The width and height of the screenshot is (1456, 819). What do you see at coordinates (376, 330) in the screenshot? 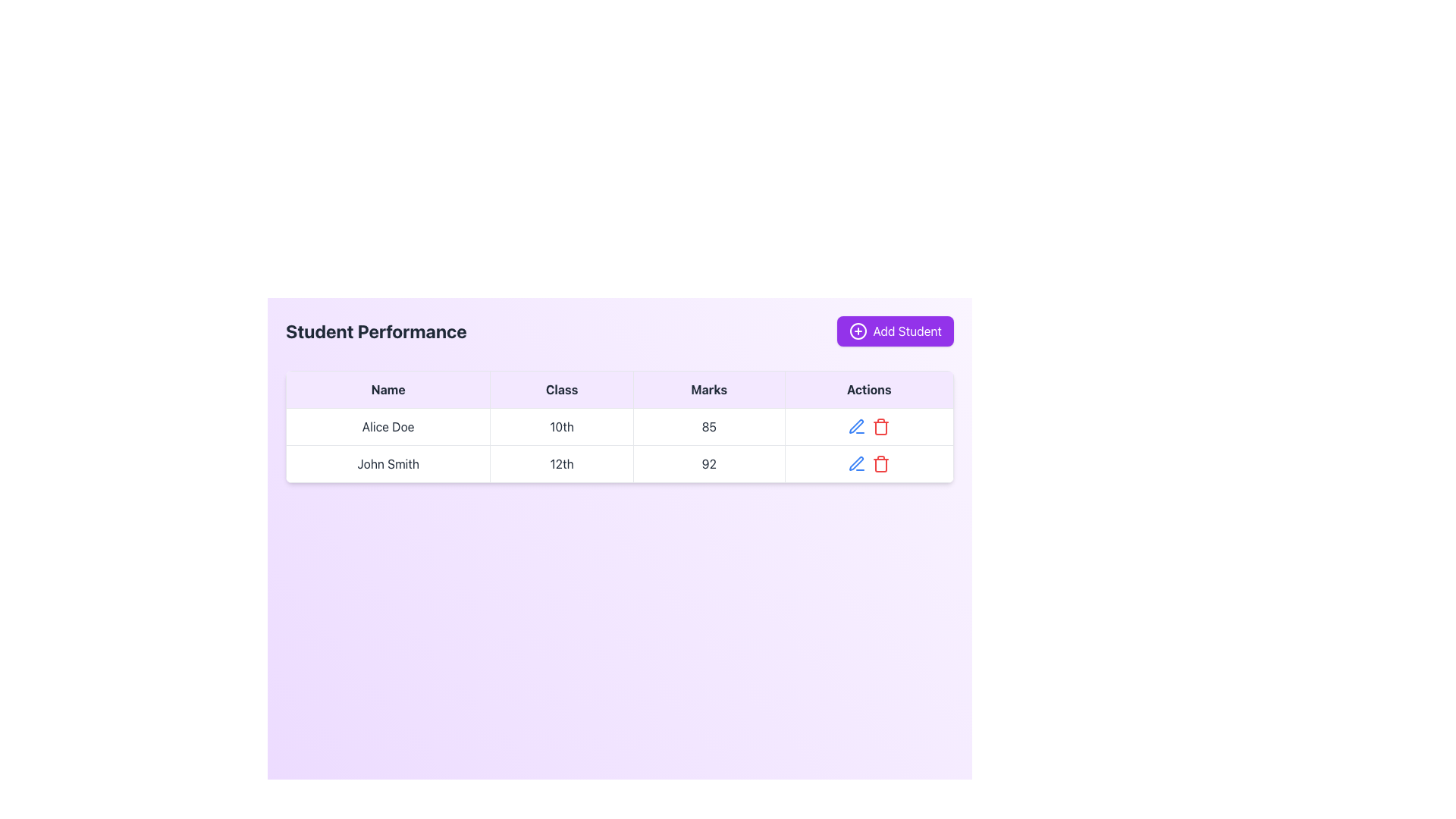
I see `the bold heading text label displaying 'Student Performance'` at bounding box center [376, 330].